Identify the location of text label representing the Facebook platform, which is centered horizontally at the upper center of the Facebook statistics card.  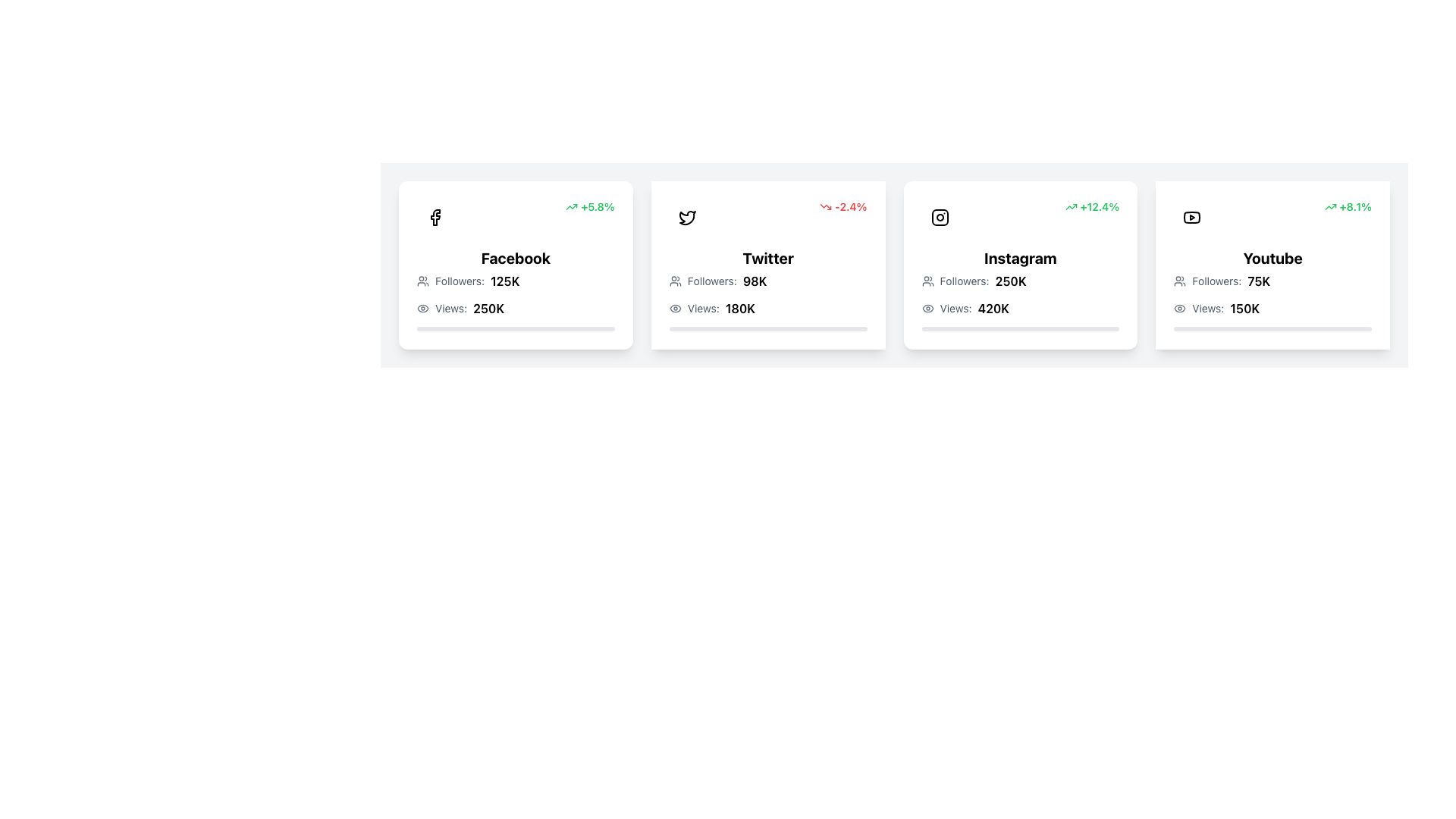
(516, 257).